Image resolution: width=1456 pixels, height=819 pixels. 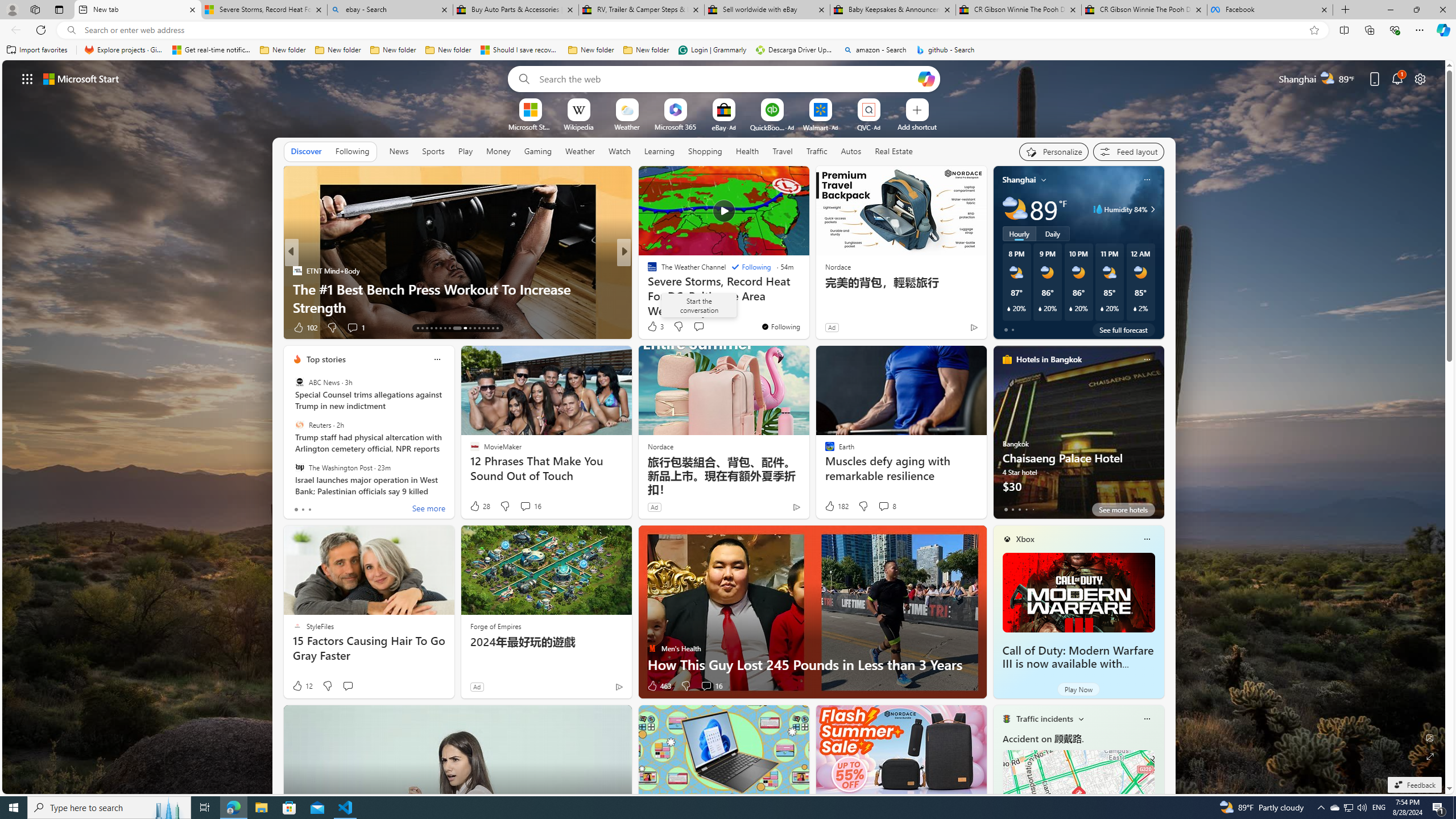 What do you see at coordinates (427, 328) in the screenshot?
I see `'AutomationID: tab-15'` at bounding box center [427, 328].